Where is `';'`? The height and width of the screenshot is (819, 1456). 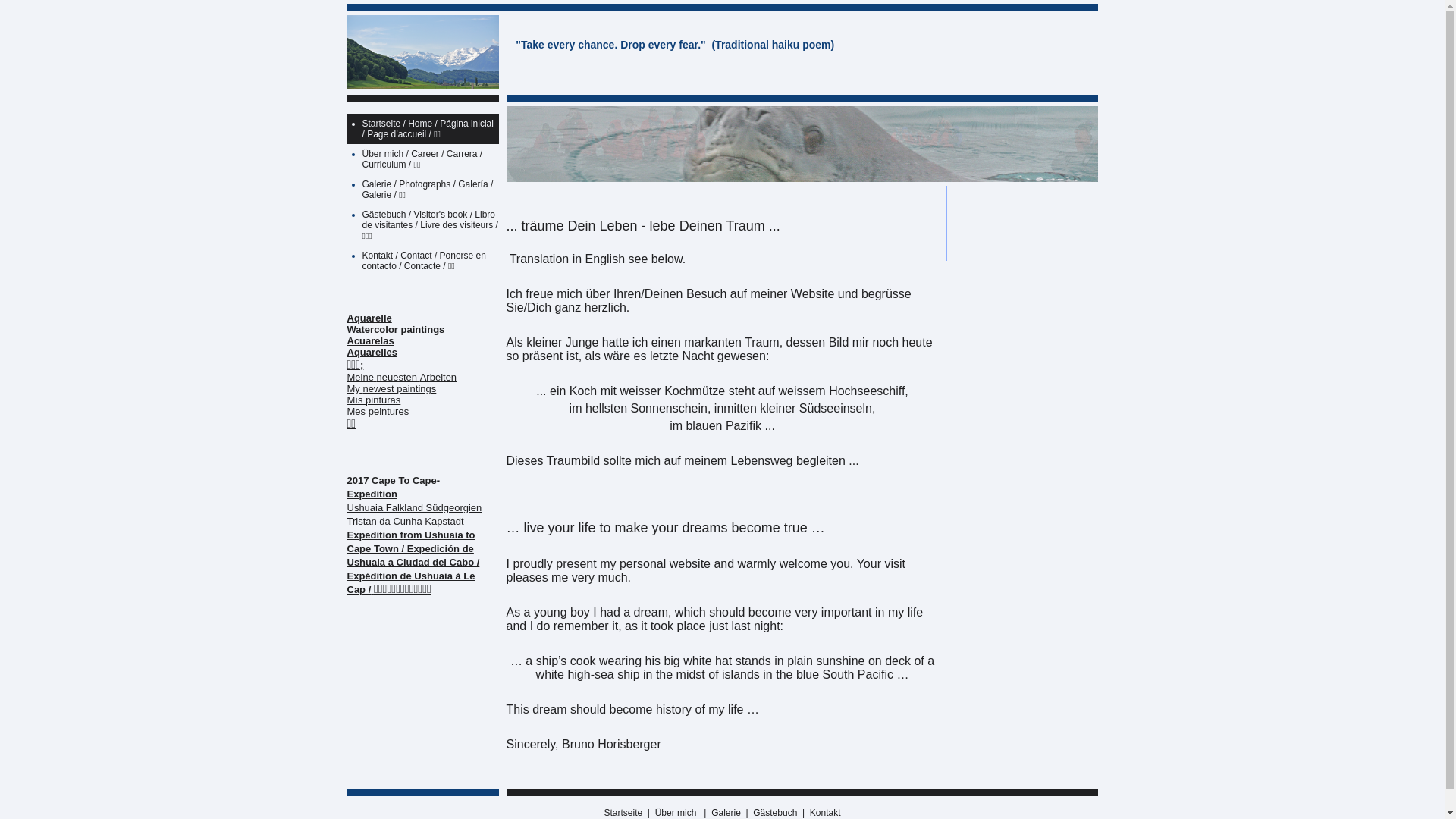
';' is located at coordinates (360, 365).